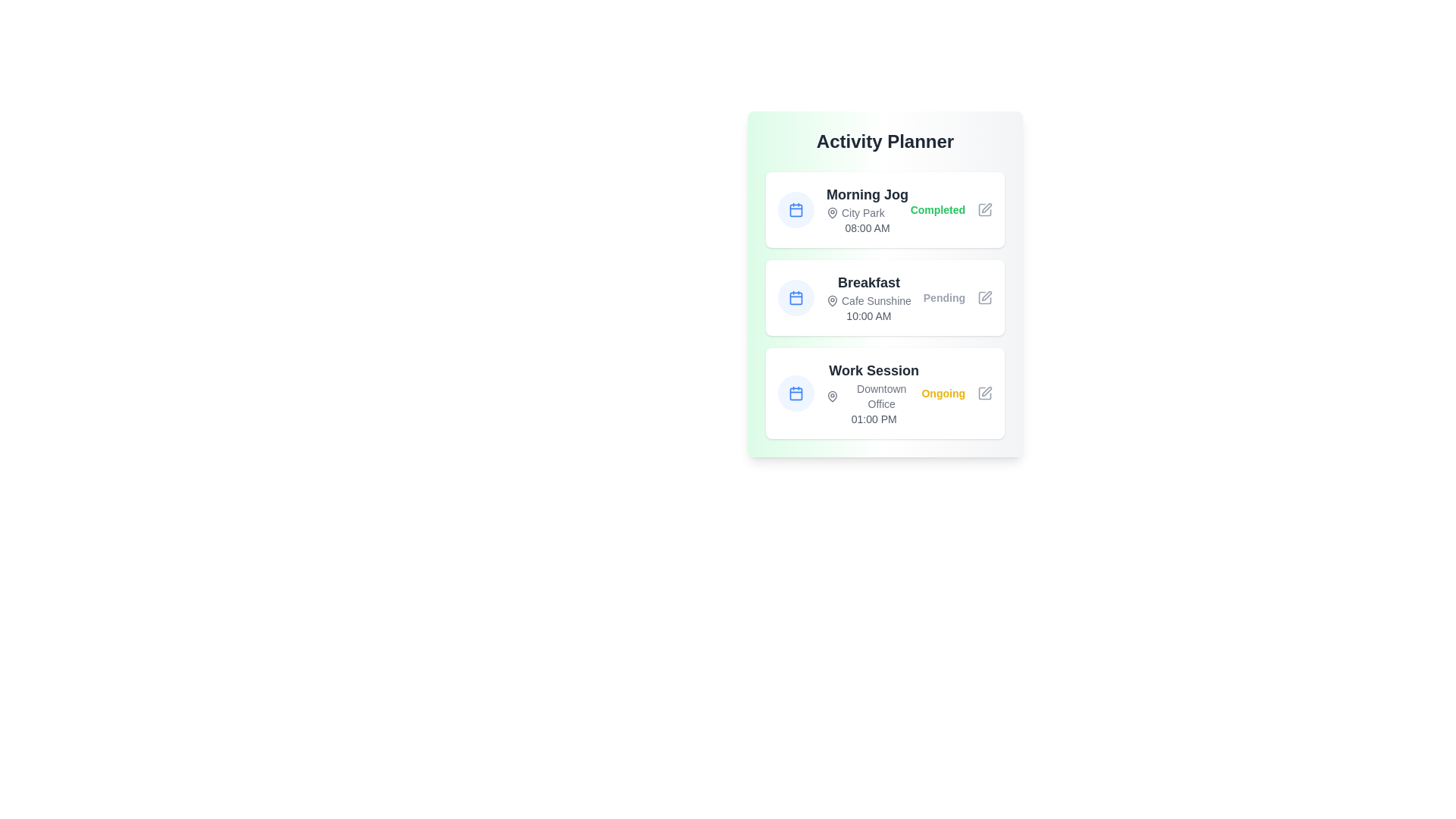 This screenshot has height=819, width=1456. I want to click on the upper portion of the location marker icon, which is styled with a thin, rounded outline and is located to the left of the text 'Downtown Office' in the 'Work Session' item of the 'Activity Planner' interface, so click(832, 300).